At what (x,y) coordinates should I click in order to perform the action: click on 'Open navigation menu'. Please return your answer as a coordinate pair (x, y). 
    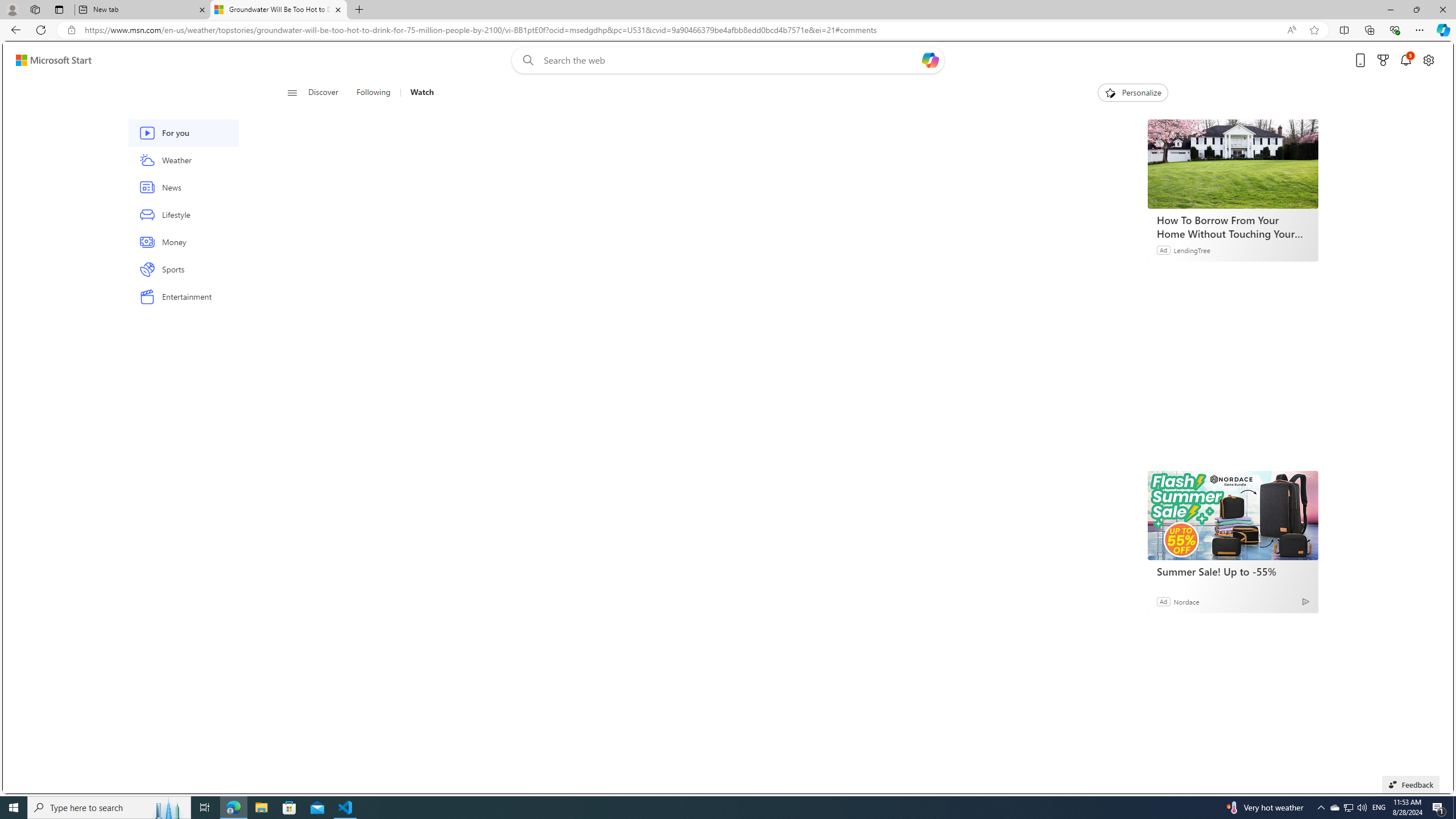
    Looking at the image, I should click on (292, 92).